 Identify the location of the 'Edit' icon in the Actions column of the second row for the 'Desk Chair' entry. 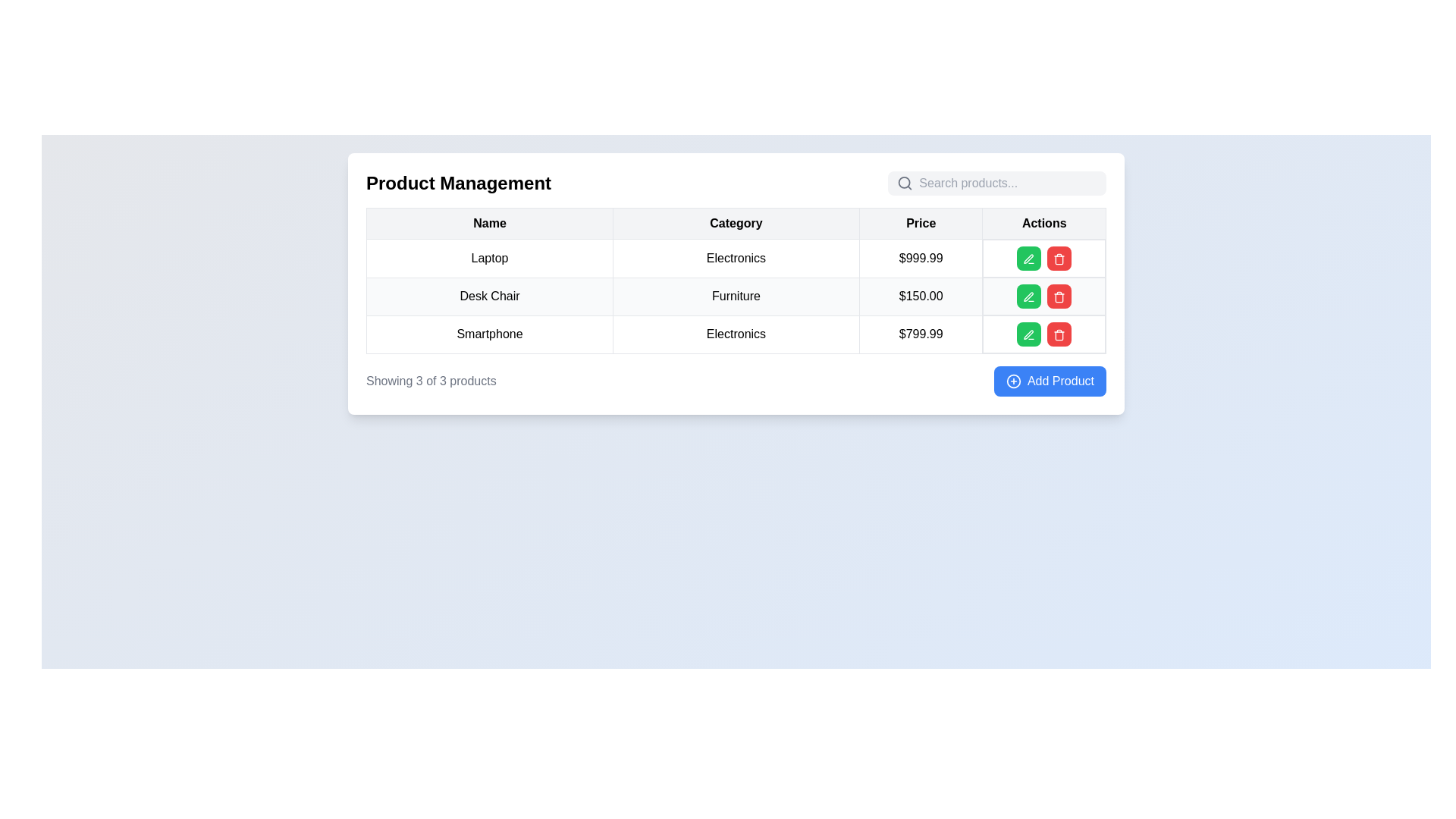
(1028, 258).